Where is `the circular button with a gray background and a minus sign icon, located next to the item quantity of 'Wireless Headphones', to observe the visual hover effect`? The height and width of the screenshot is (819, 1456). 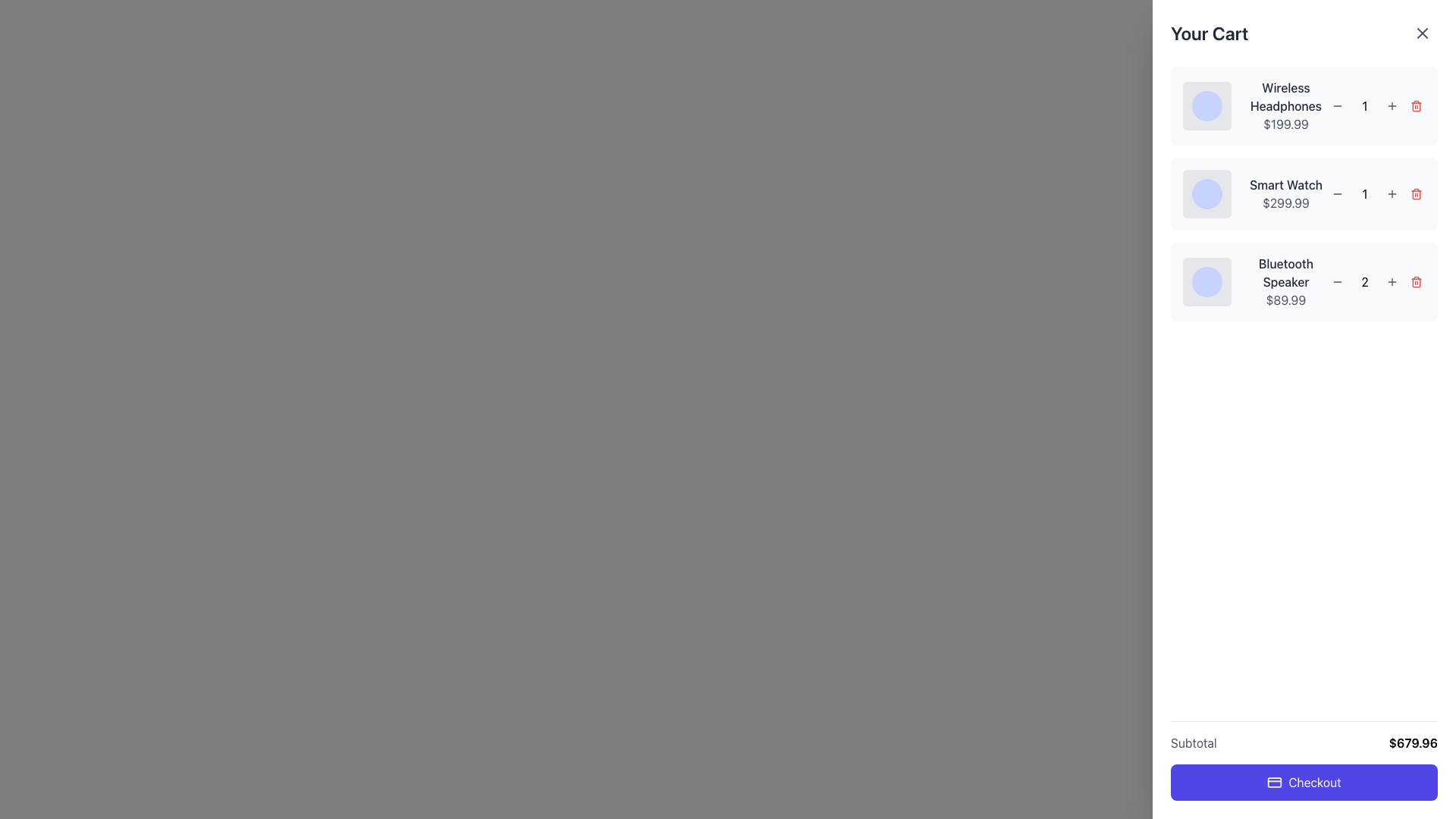
the circular button with a gray background and a minus sign icon, located next to the item quantity of 'Wireless Headphones', to observe the visual hover effect is located at coordinates (1337, 105).